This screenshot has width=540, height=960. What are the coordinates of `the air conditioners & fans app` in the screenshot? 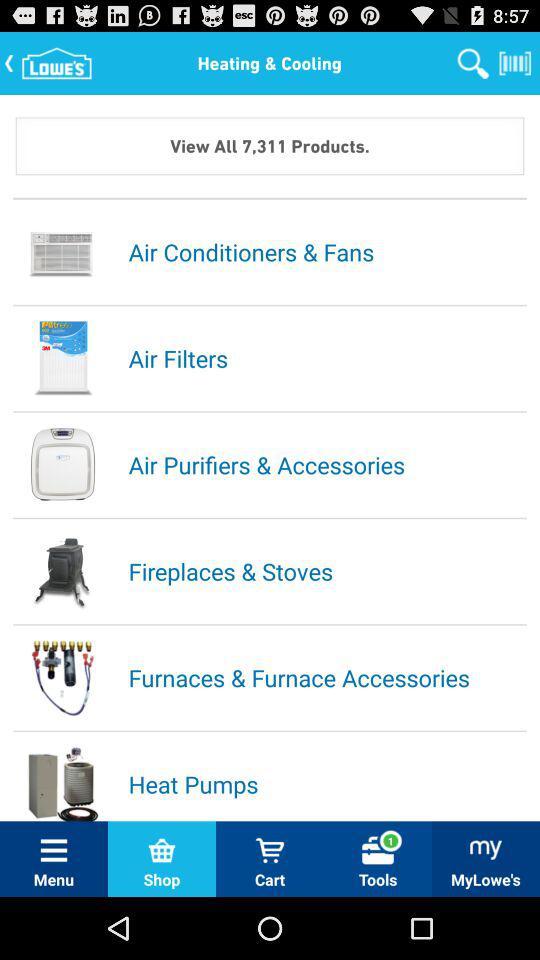 It's located at (326, 250).